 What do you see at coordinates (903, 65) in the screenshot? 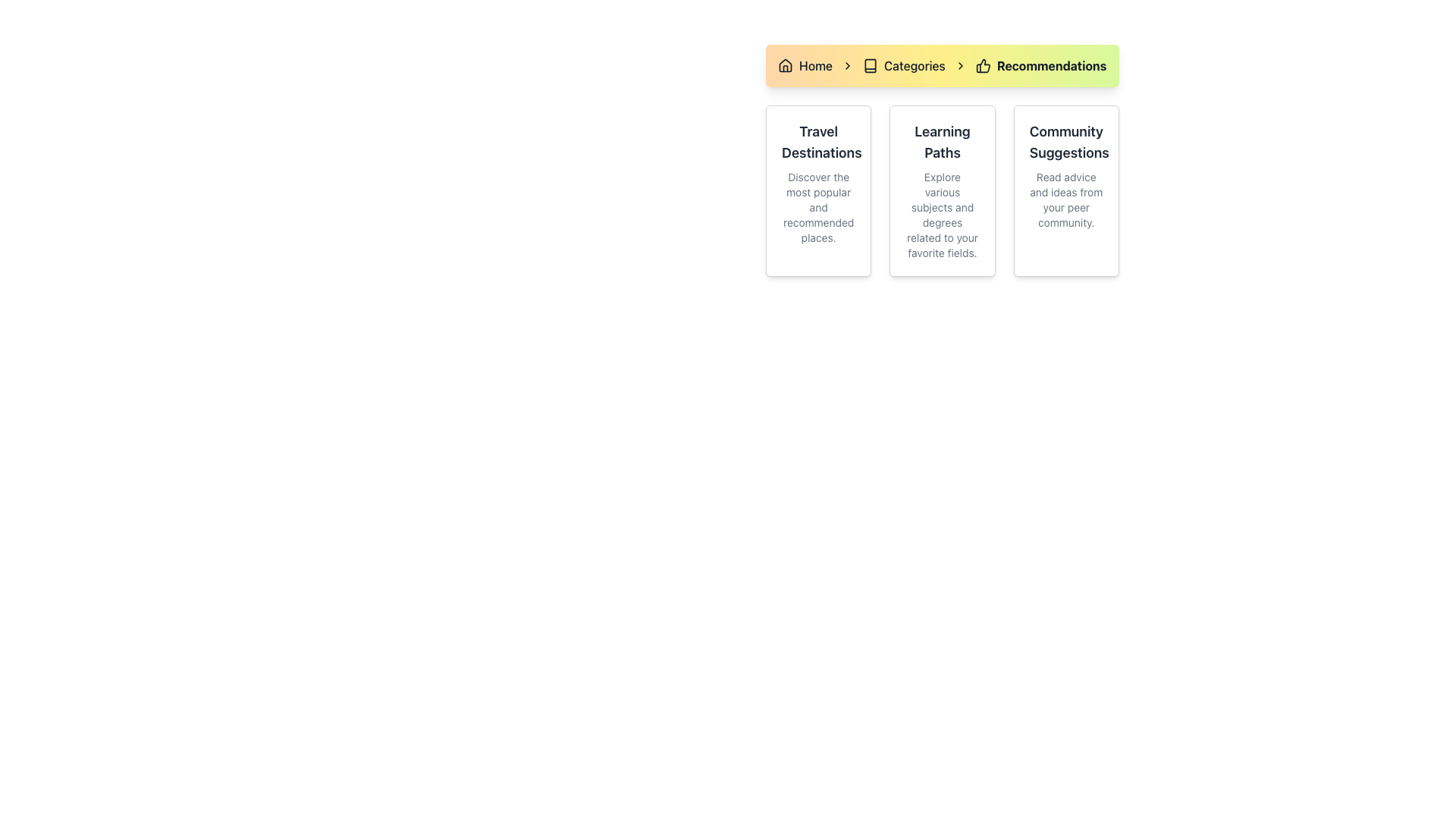
I see `the second navigation link in the breadcrumb` at bounding box center [903, 65].